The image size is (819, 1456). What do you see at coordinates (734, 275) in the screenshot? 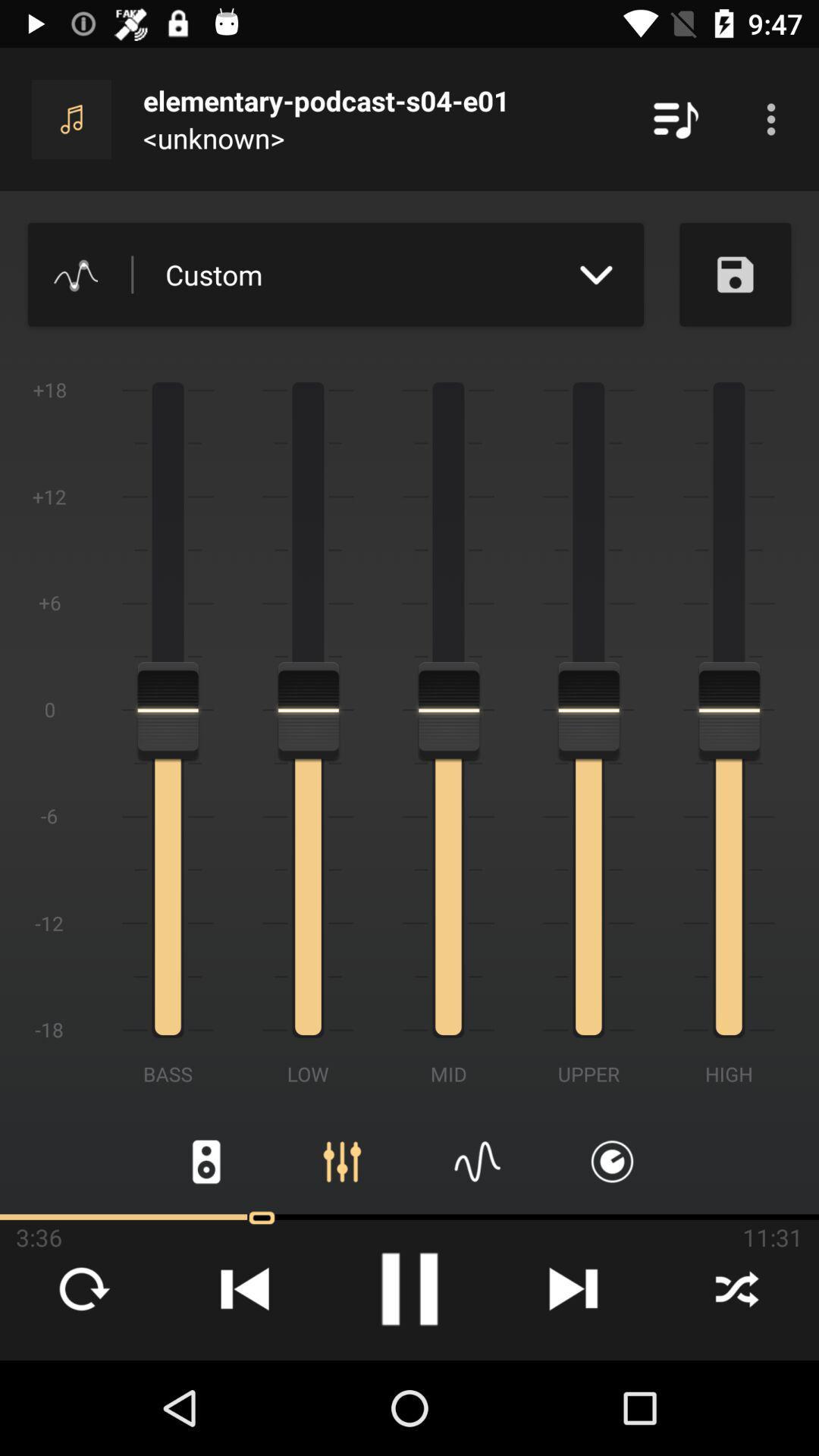
I see `the save icon` at bounding box center [734, 275].